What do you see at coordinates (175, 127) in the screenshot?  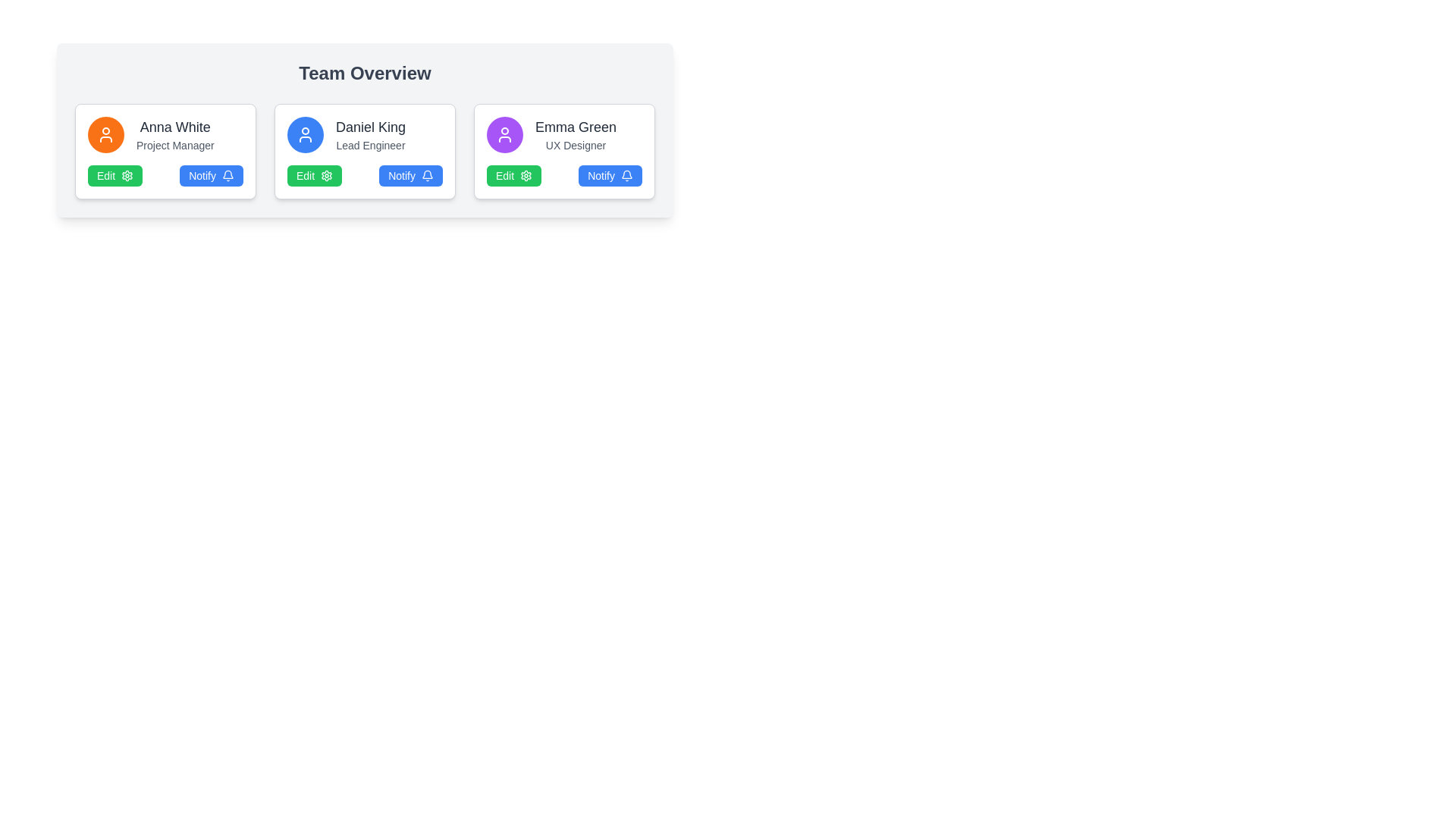 I see `the text label displaying 'Anna White', which is in bold and dark gray, located within a card below an orange person silhouette icon` at bounding box center [175, 127].